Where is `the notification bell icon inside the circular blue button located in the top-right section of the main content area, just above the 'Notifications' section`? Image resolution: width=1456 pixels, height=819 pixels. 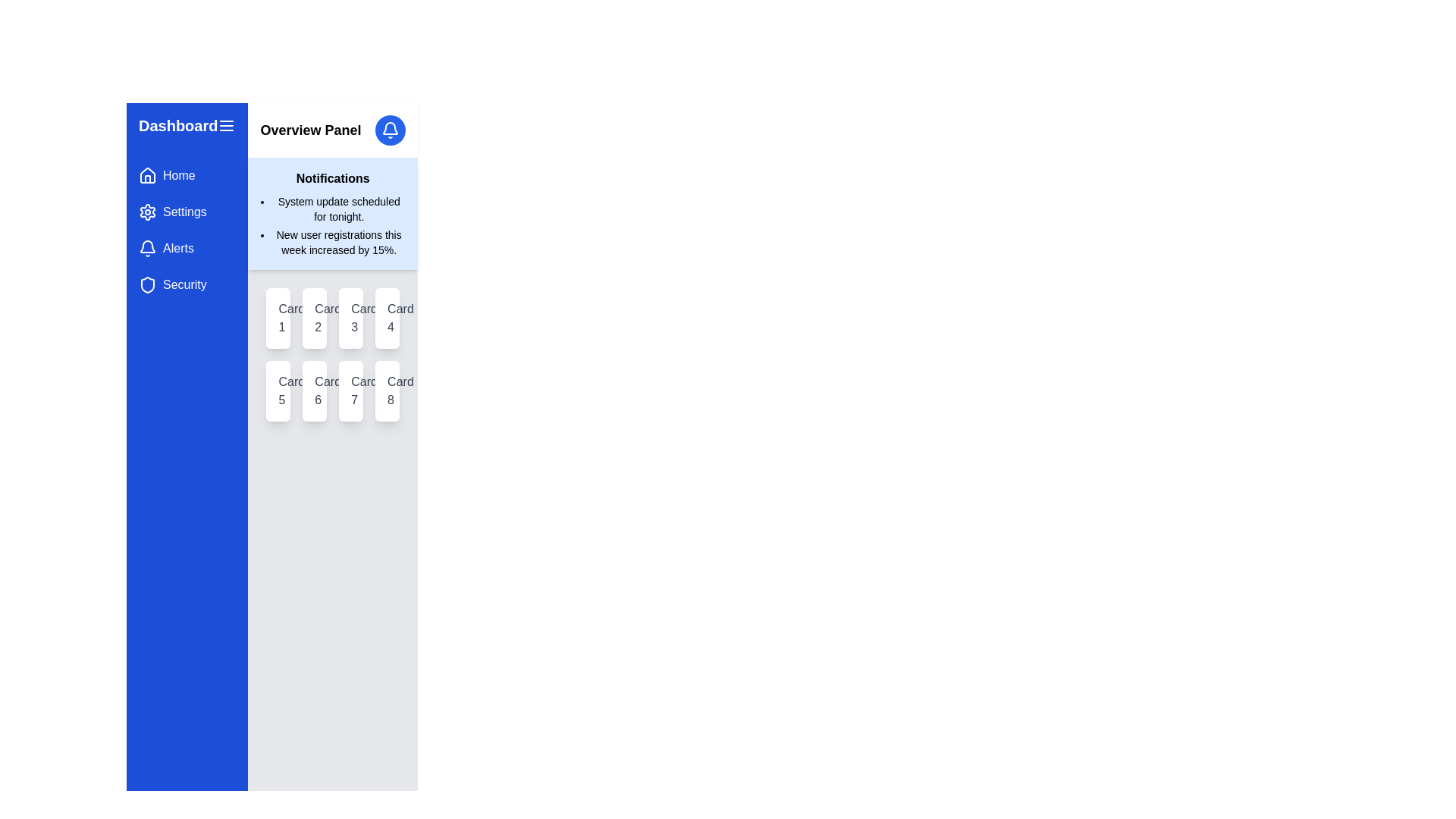
the notification bell icon inside the circular blue button located in the top-right section of the main content area, just above the 'Notifications' section is located at coordinates (390, 130).